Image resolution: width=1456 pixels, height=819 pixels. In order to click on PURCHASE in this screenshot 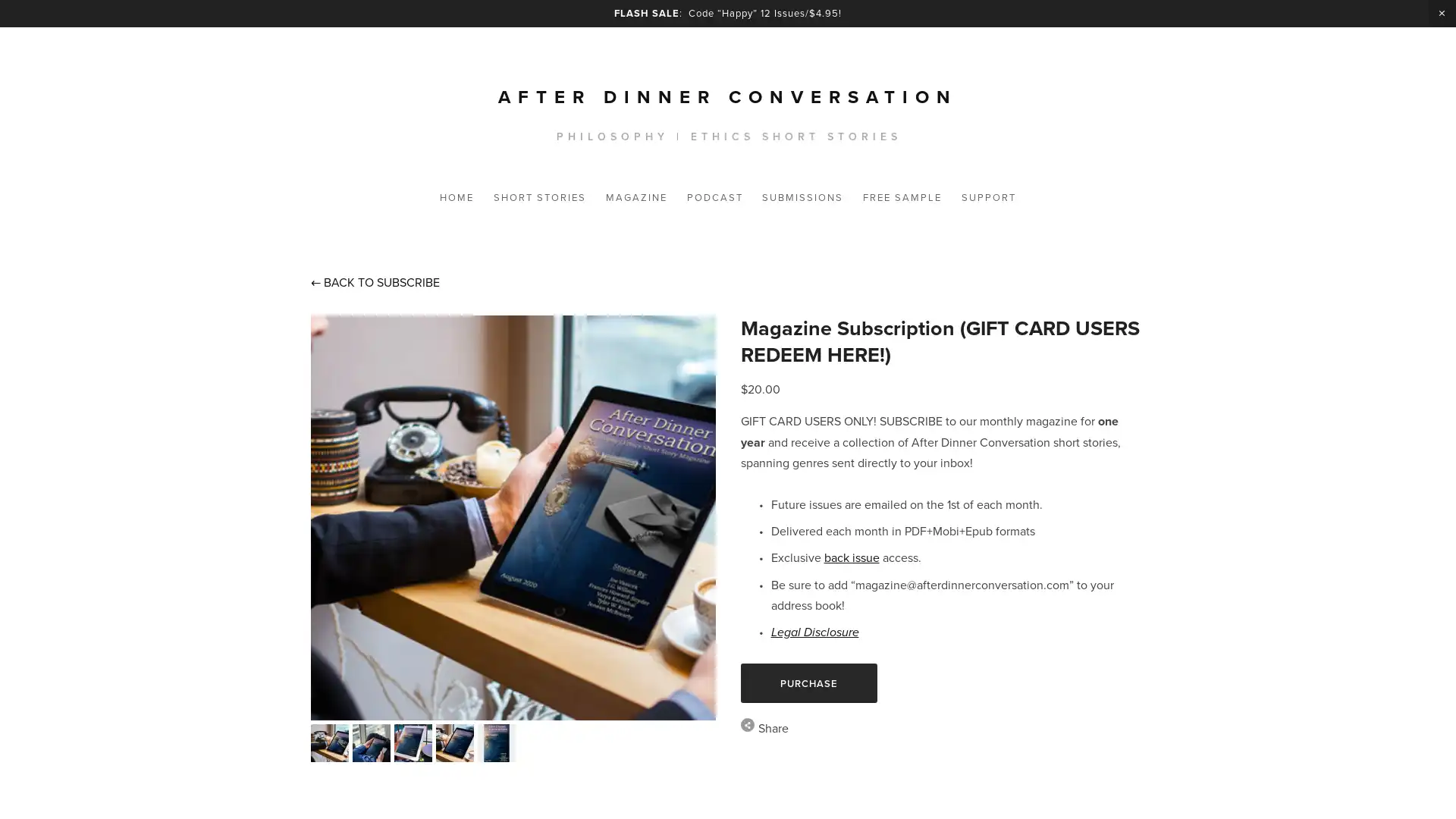, I will do `click(807, 683)`.